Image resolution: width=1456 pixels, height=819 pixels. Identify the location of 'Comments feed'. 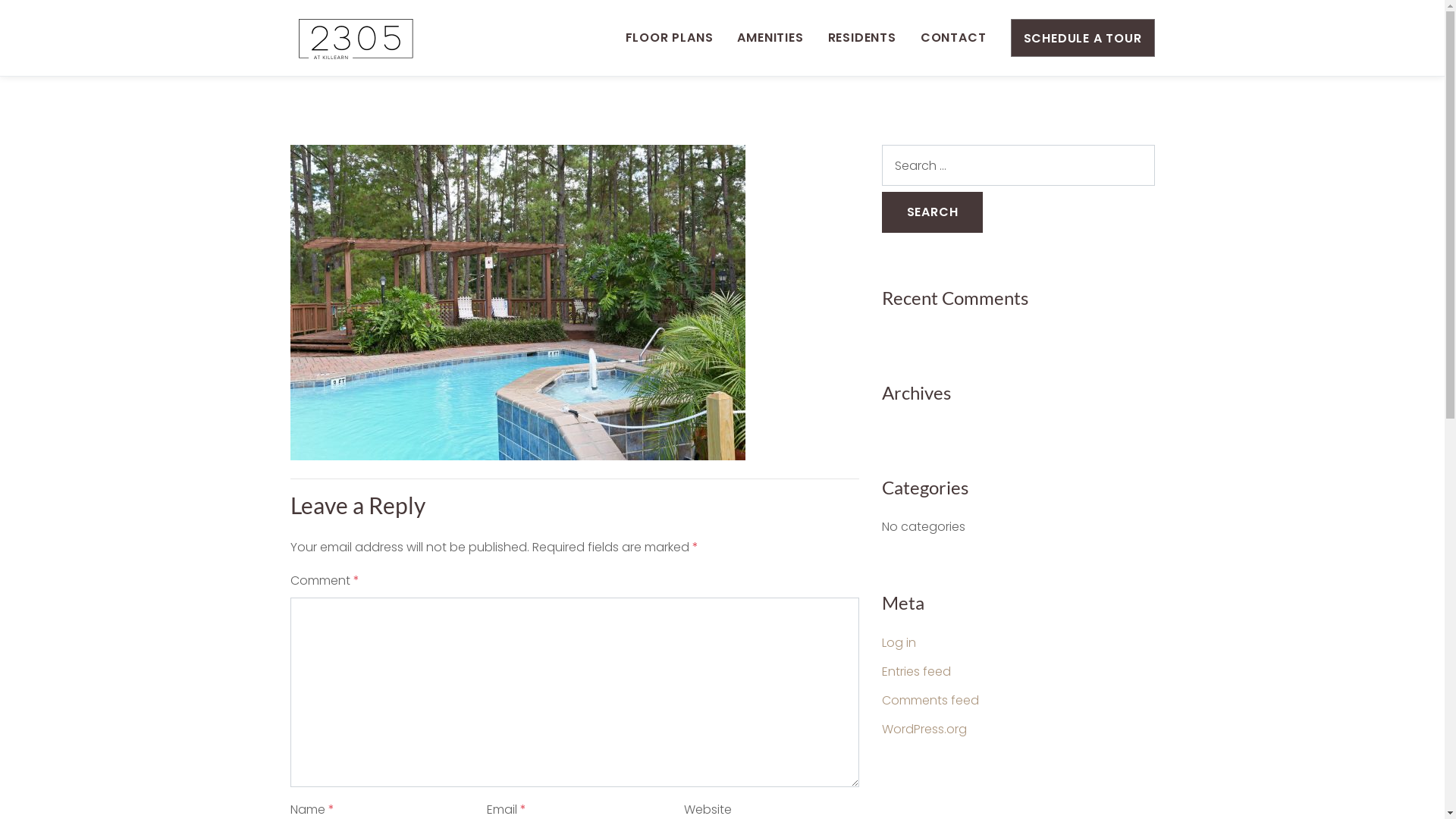
(928, 700).